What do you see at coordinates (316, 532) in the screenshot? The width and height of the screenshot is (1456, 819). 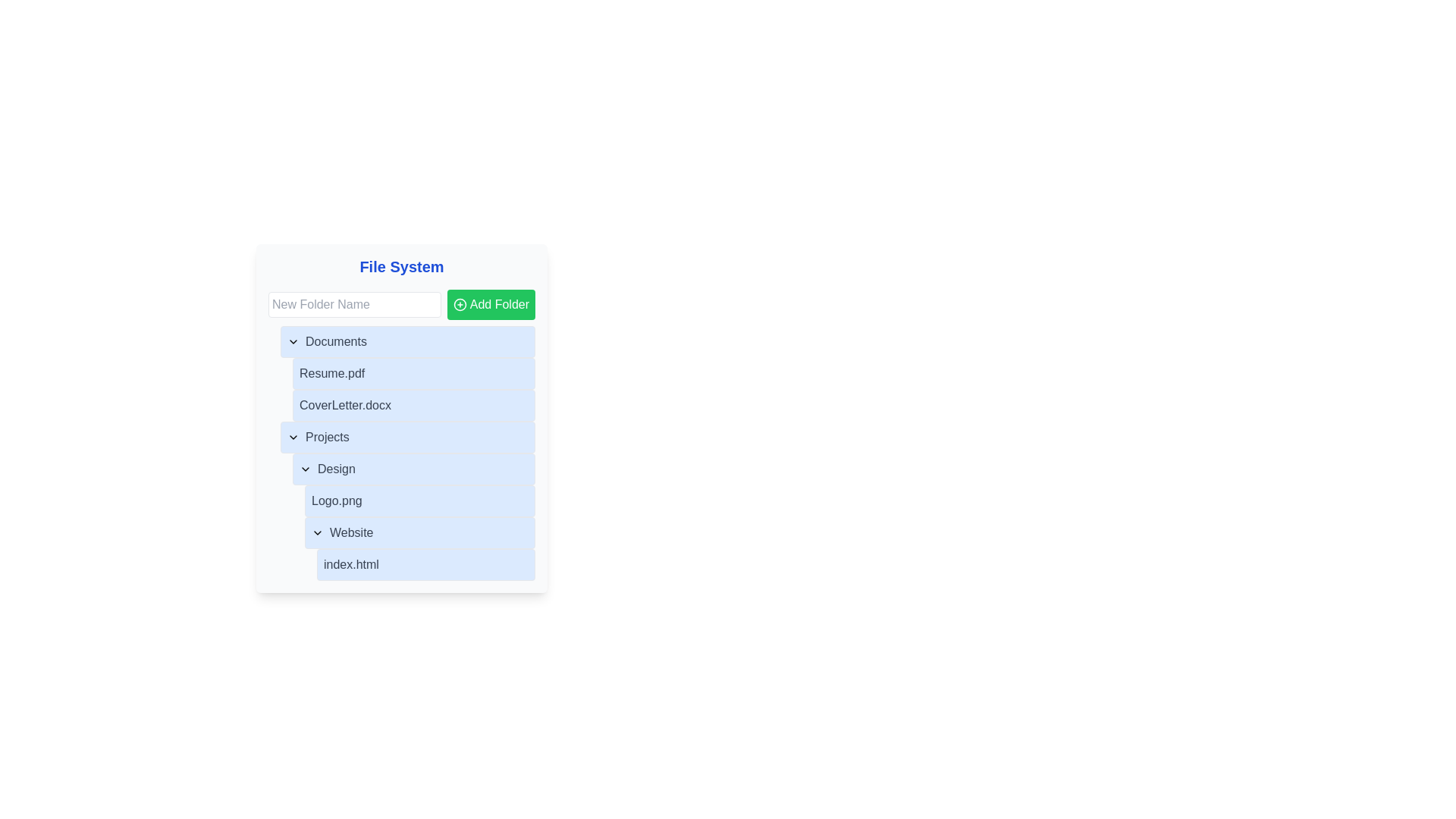 I see `the chevron down indicator icon, which is an outline arrow located to the left of the 'Website' label in the file navigation interface` at bounding box center [316, 532].